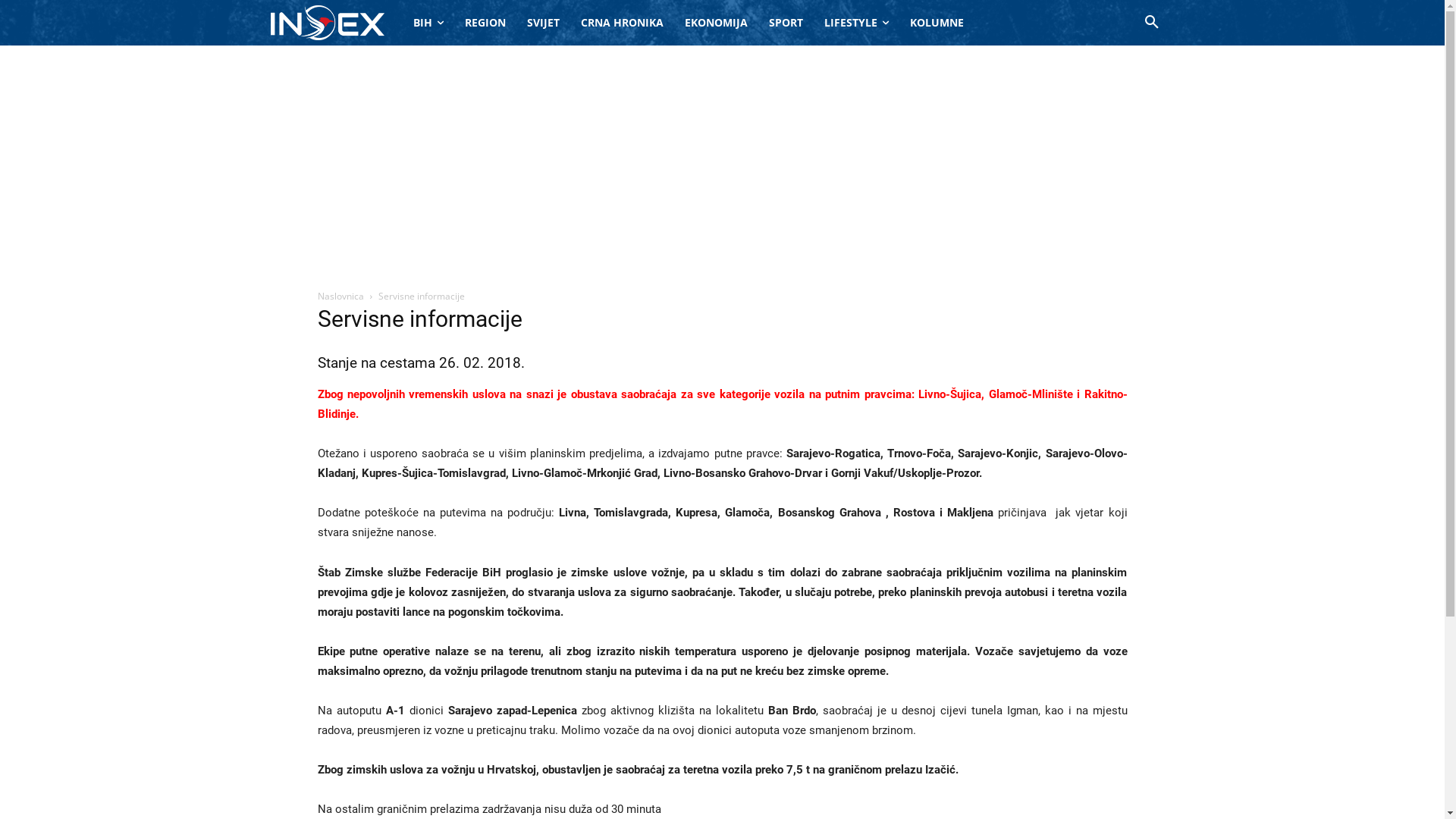 Image resolution: width=1456 pixels, height=819 pixels. What do you see at coordinates (542, 23) in the screenshot?
I see `'SVIJET'` at bounding box center [542, 23].